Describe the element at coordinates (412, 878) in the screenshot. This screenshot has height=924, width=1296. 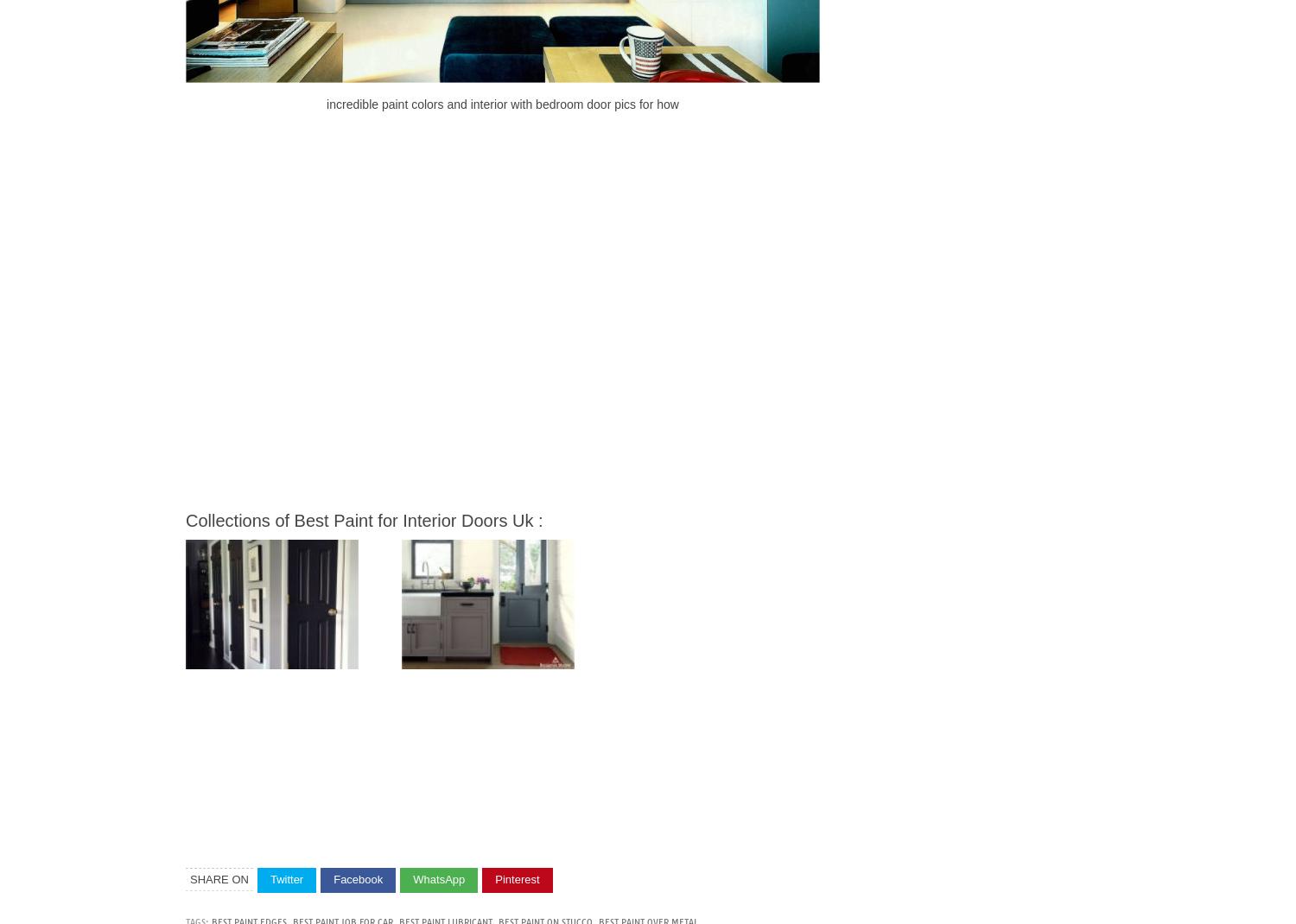
I see `'WhatsApp'` at that location.